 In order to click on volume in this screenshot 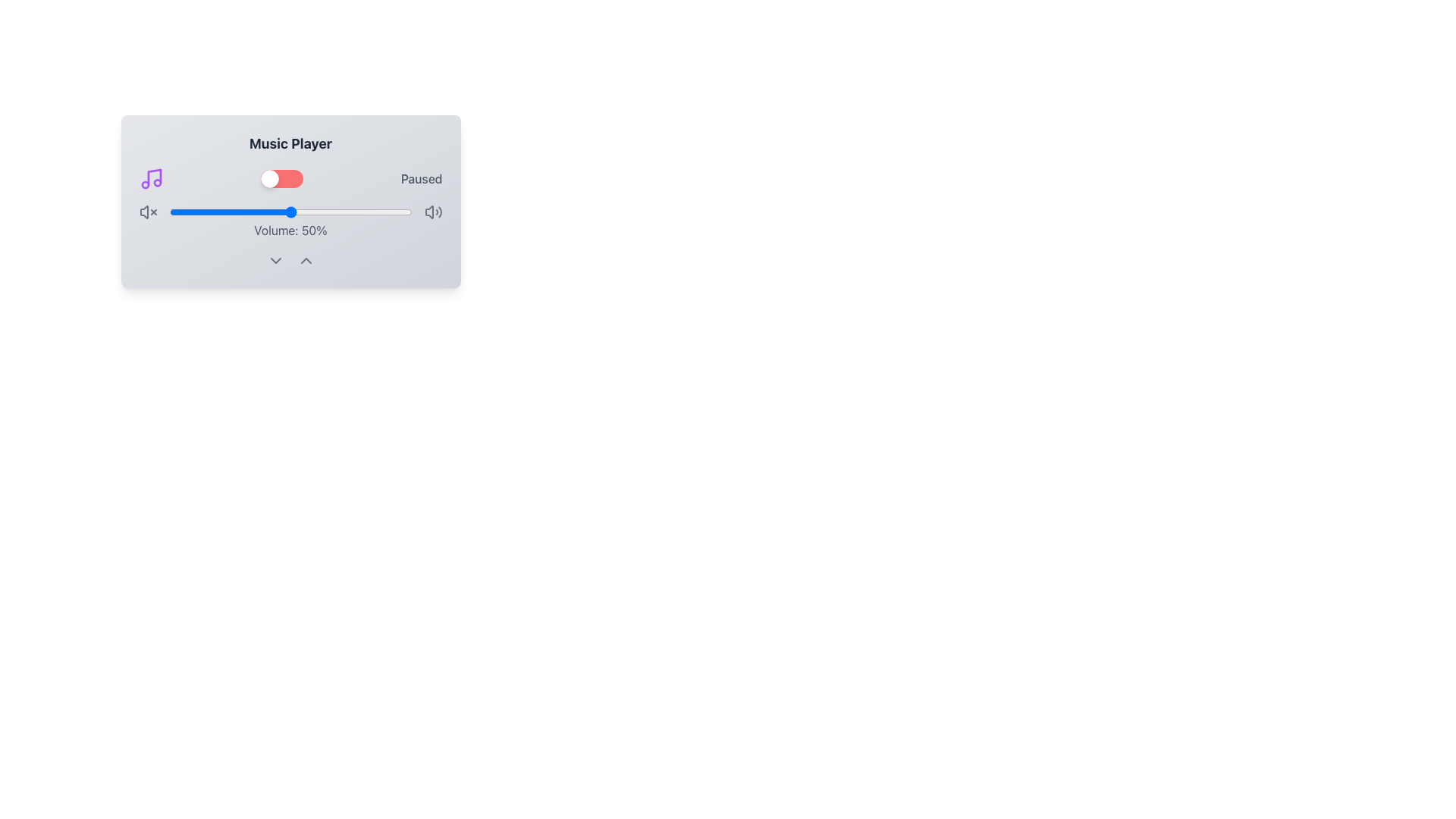, I will do `click(179, 212)`.